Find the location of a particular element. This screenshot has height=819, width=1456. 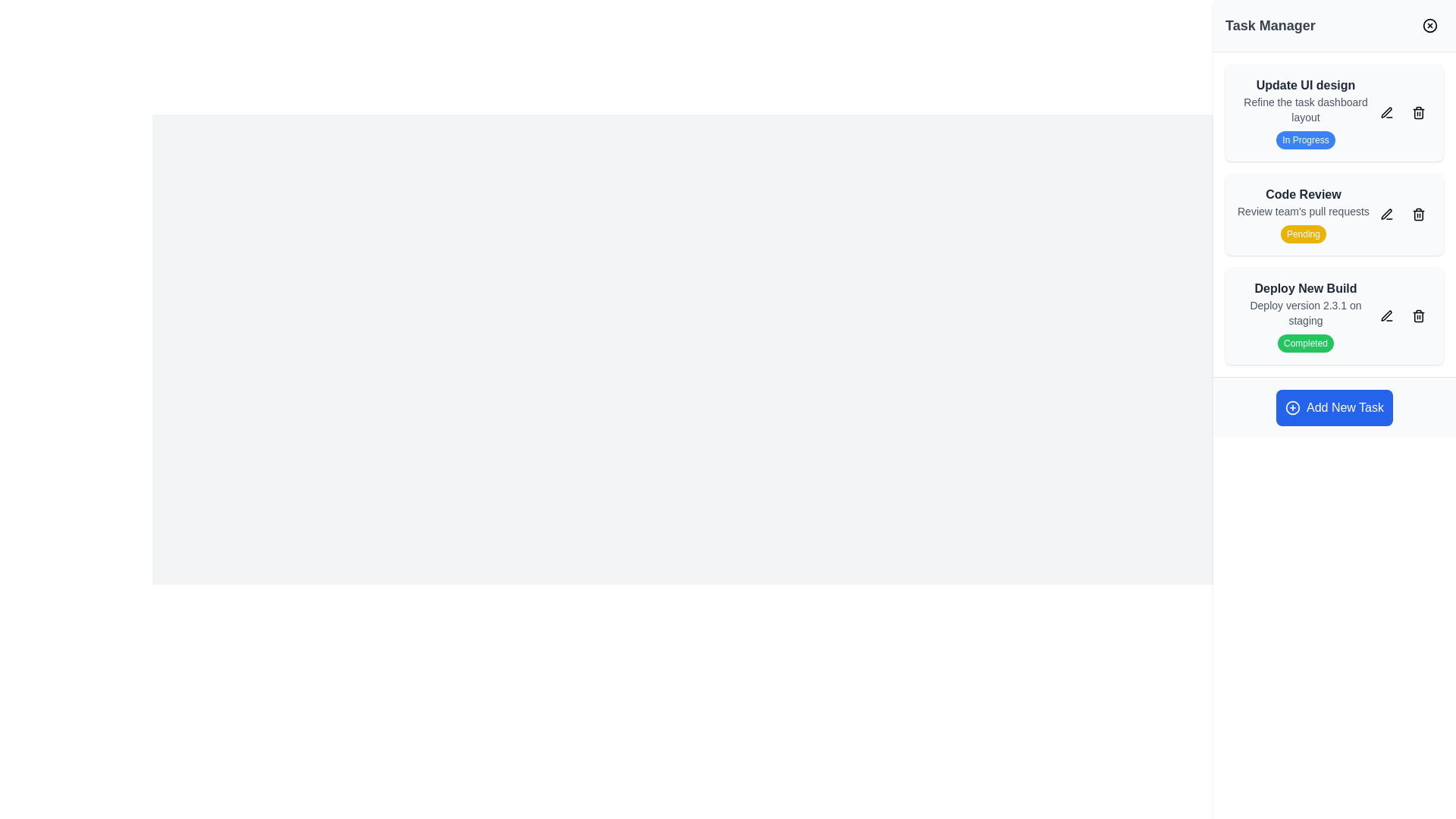

the decorative circular close button element in the top-right corner of the Task Manager interface is located at coordinates (1429, 26).